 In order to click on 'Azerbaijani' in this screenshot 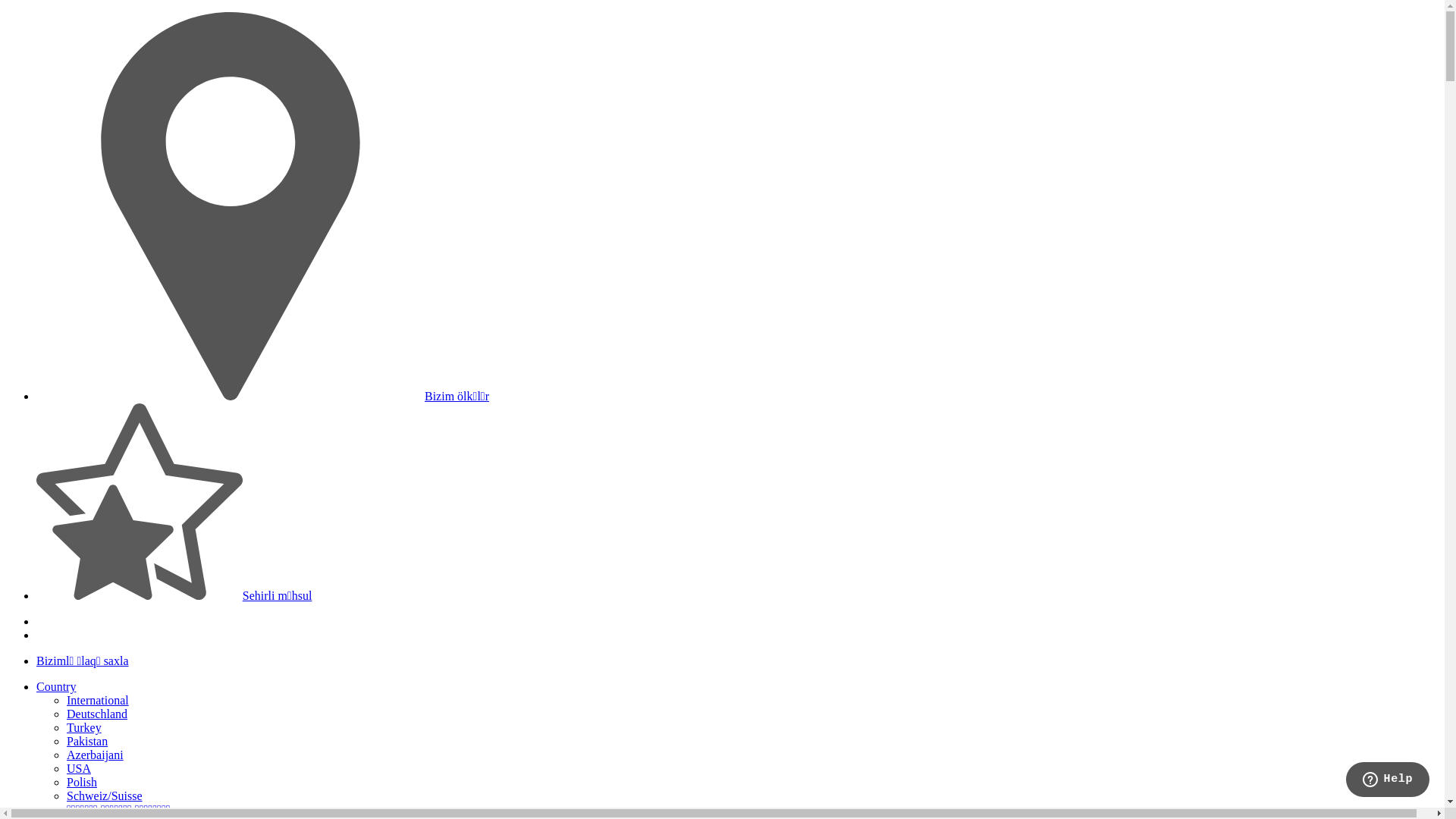, I will do `click(94, 755)`.